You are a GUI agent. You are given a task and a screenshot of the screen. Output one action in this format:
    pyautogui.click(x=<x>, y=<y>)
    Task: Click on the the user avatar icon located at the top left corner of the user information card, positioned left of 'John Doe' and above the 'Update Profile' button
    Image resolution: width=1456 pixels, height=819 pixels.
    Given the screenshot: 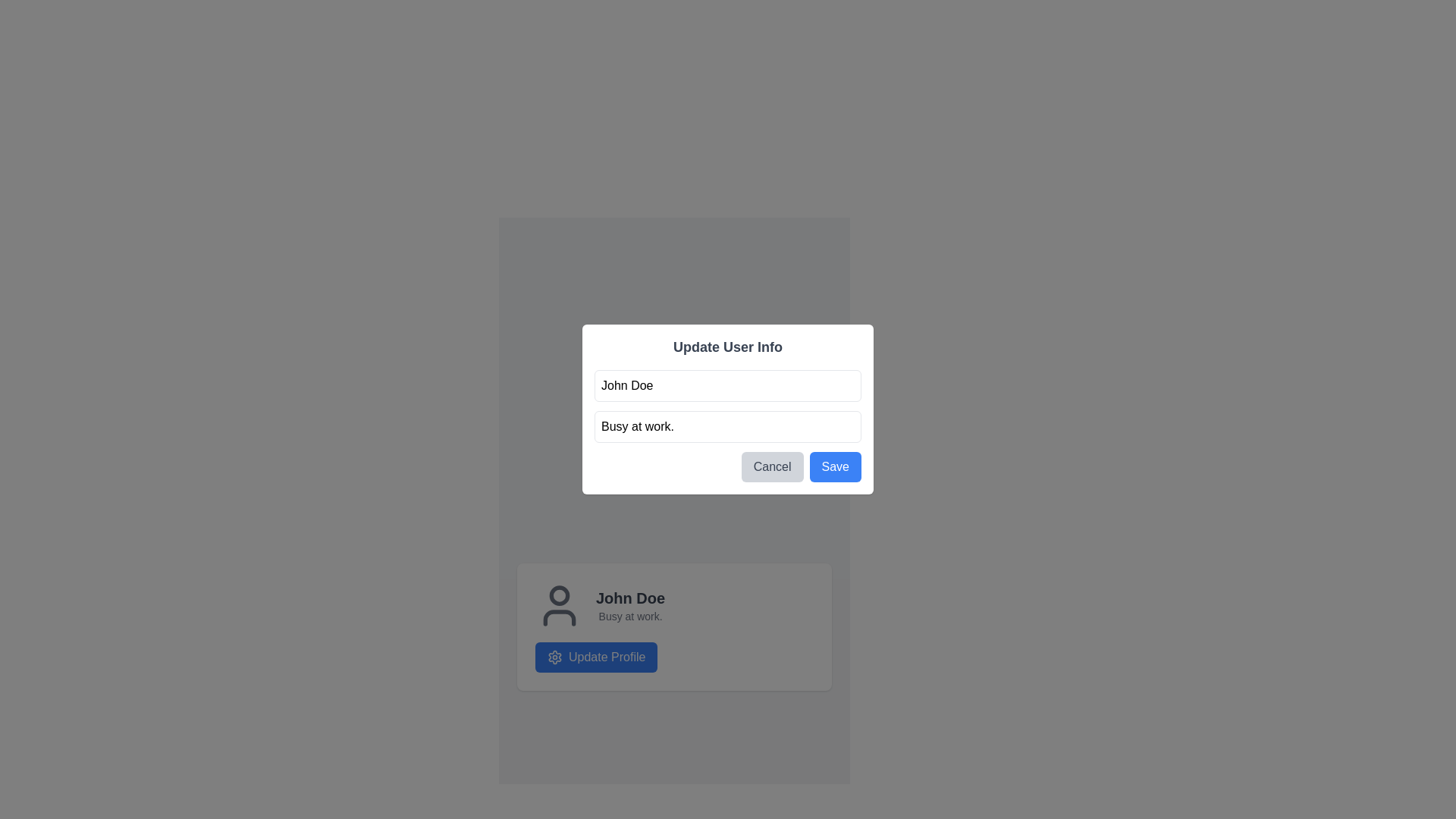 What is the action you would take?
    pyautogui.click(x=559, y=604)
    